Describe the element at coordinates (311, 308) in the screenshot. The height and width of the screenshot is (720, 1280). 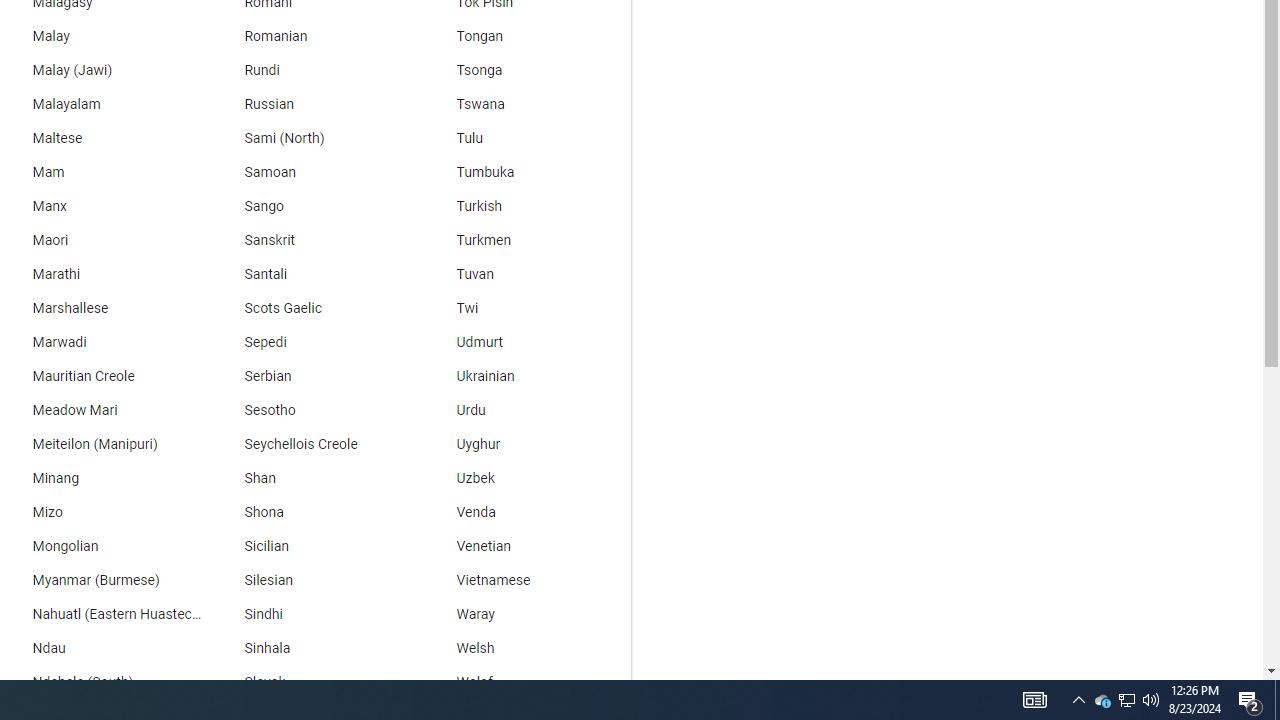
I see `'Scots Gaelic'` at that location.